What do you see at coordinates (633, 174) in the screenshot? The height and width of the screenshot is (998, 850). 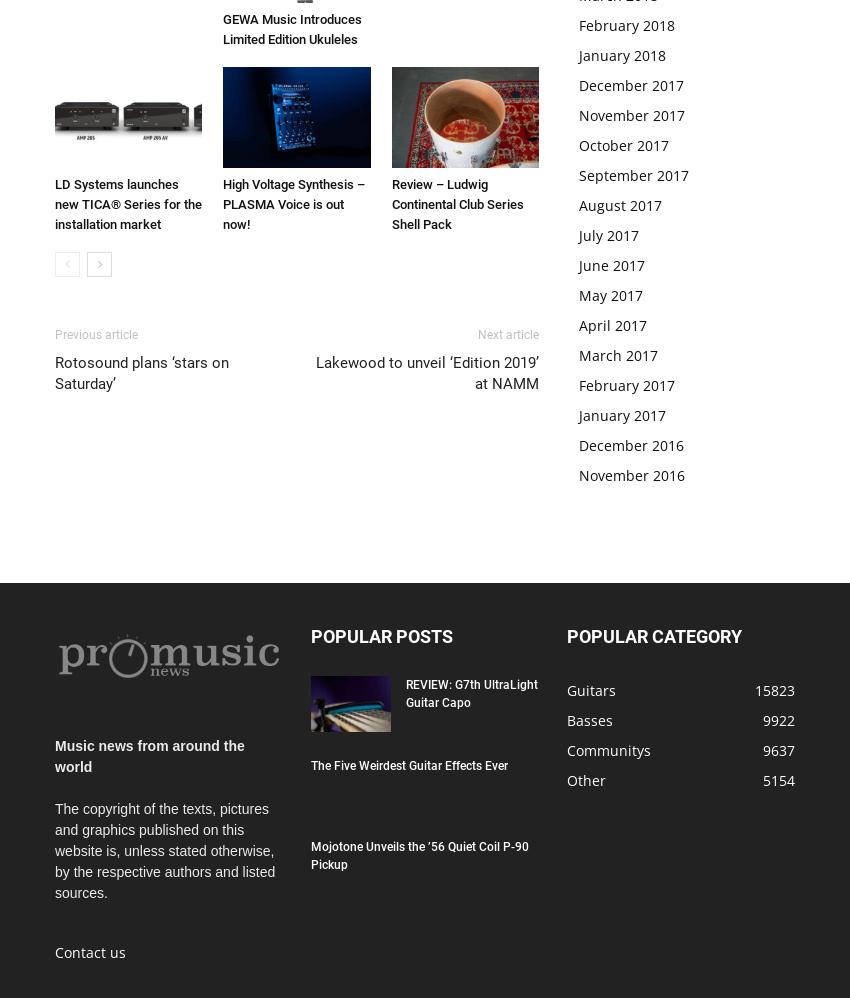 I see `'September 2017'` at bounding box center [633, 174].